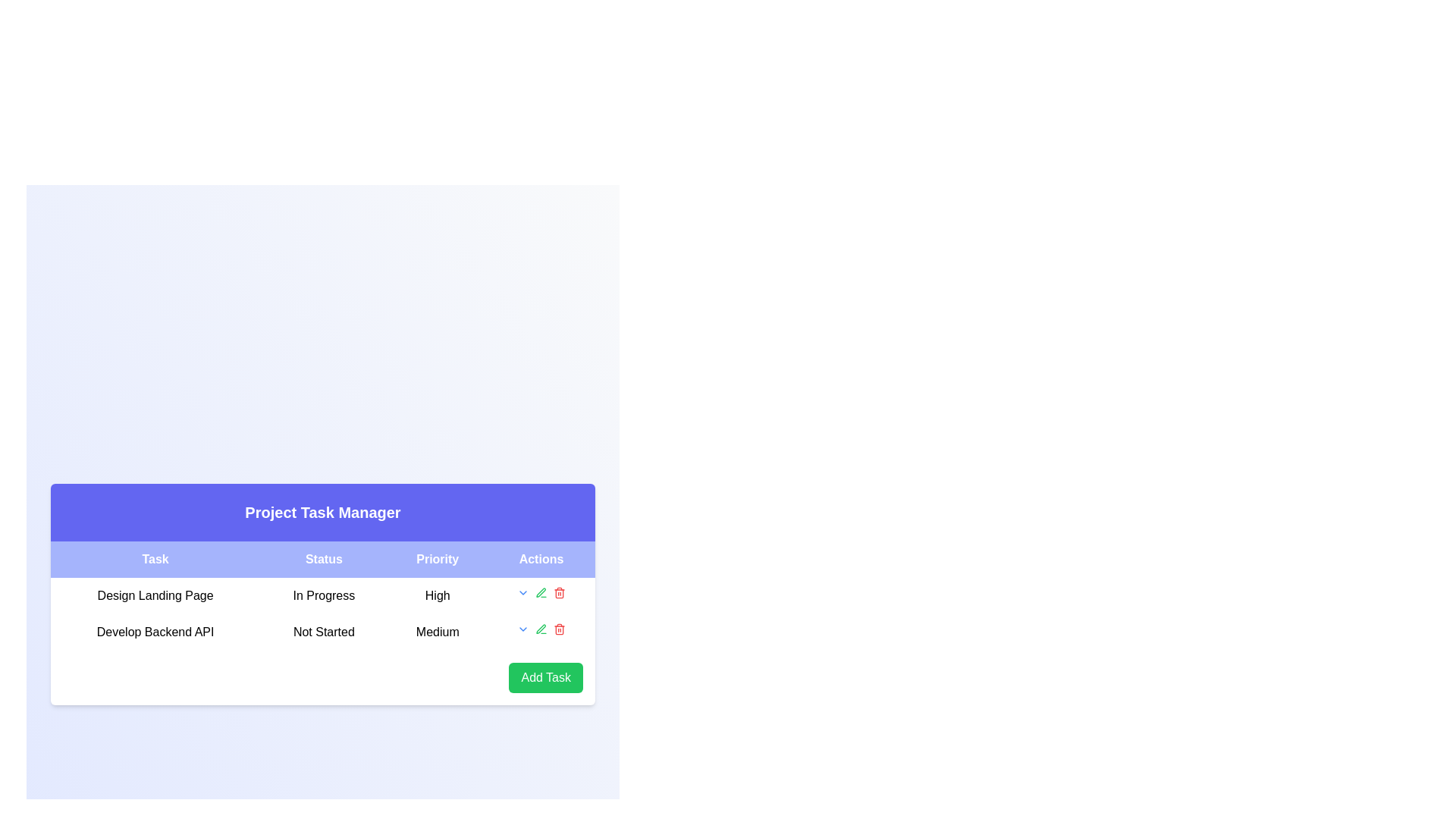 This screenshot has height=819, width=1456. I want to click on text label displaying the priority level ('High') for the task 'Design Landing Page', located in the third column of the table next to the 'In Progress' status label, so click(437, 595).